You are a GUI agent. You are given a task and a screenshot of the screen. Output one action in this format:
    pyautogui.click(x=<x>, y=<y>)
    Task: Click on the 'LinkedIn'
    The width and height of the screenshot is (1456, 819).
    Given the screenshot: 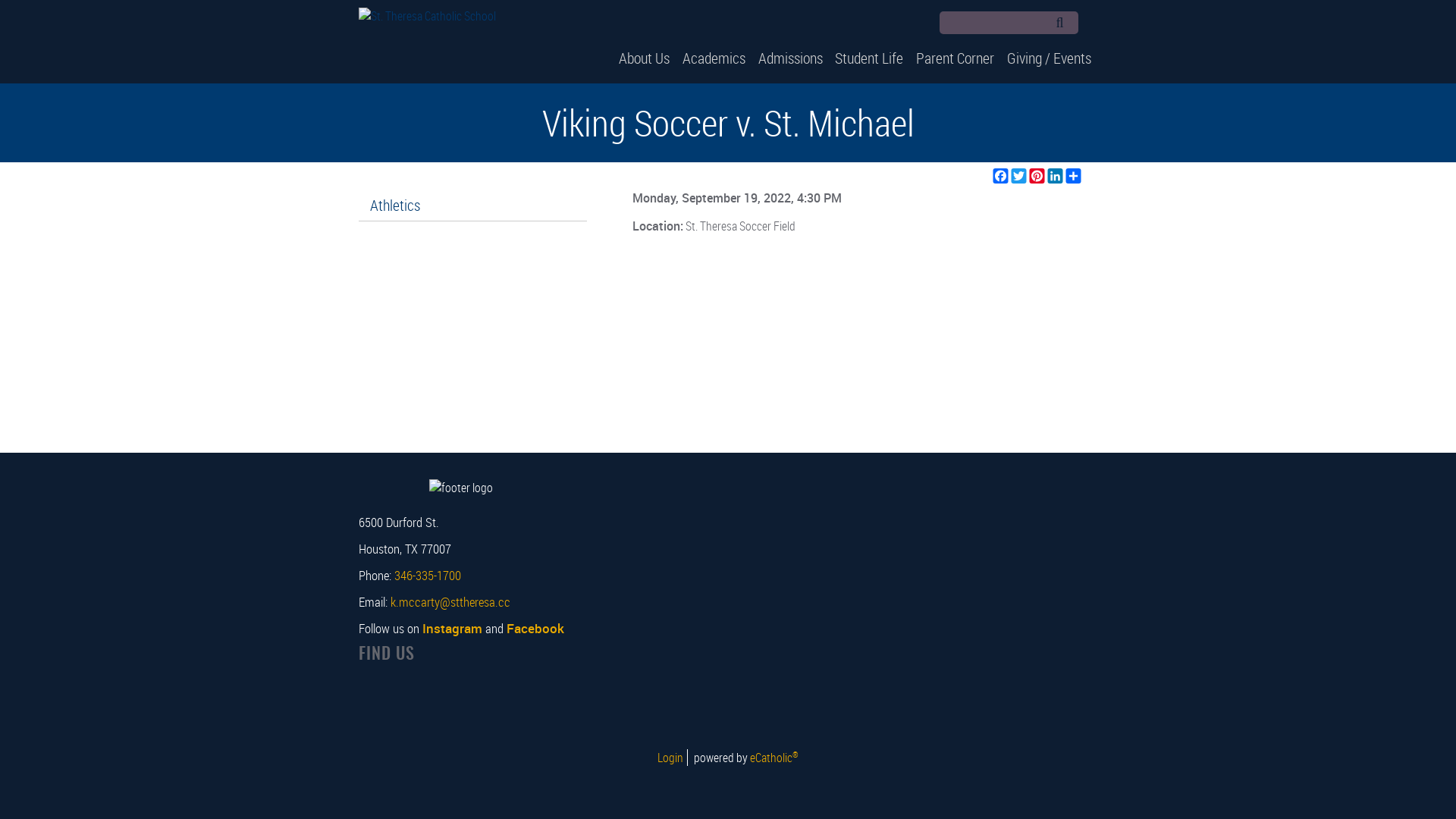 What is the action you would take?
    pyautogui.click(x=1055, y=174)
    